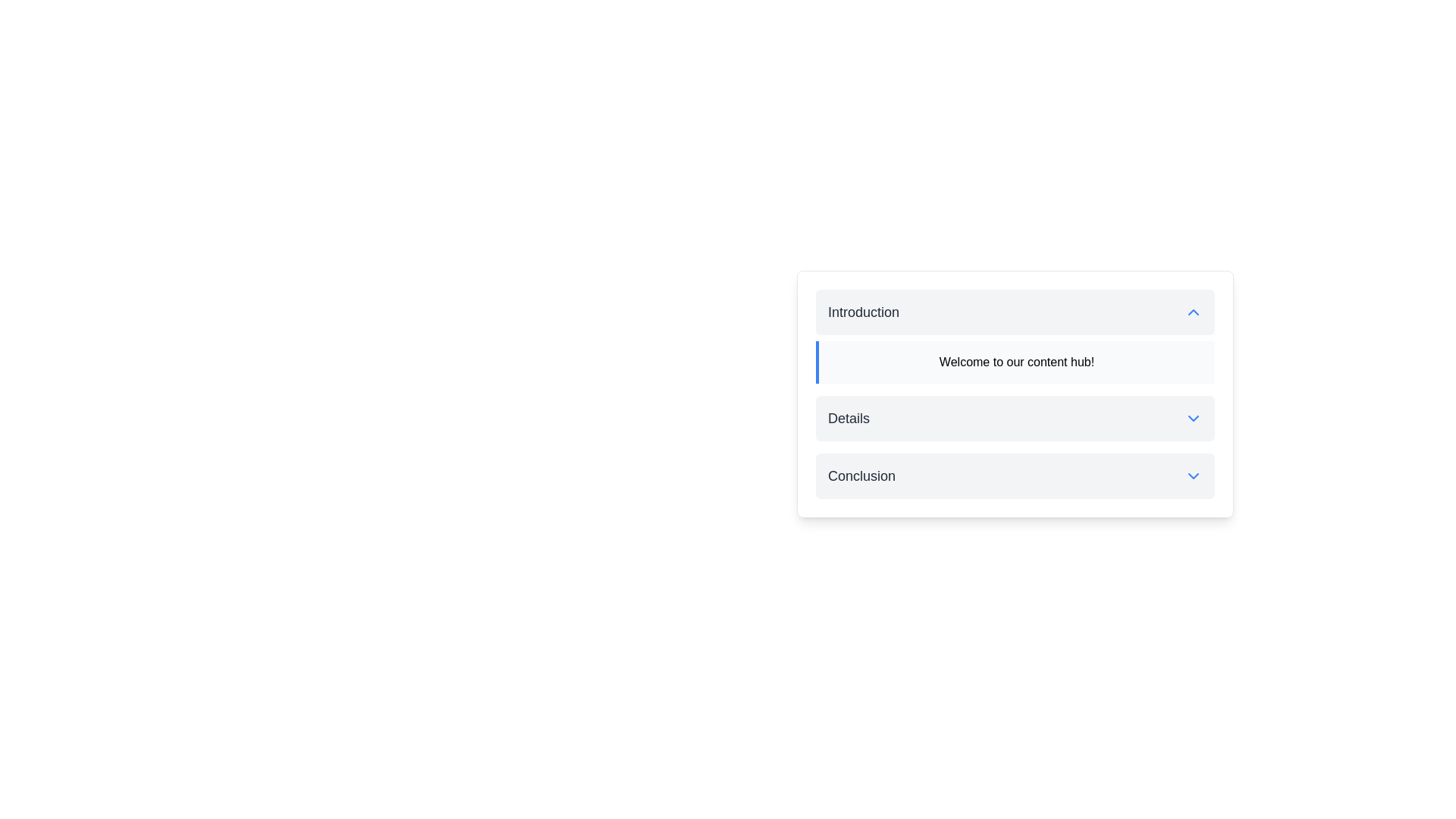 This screenshot has height=819, width=1456. What do you see at coordinates (863, 312) in the screenshot?
I see `the text label displaying 'Introduction' in bold, large font style, which is dark gray on a light gray background, located in the upper area of a content section` at bounding box center [863, 312].